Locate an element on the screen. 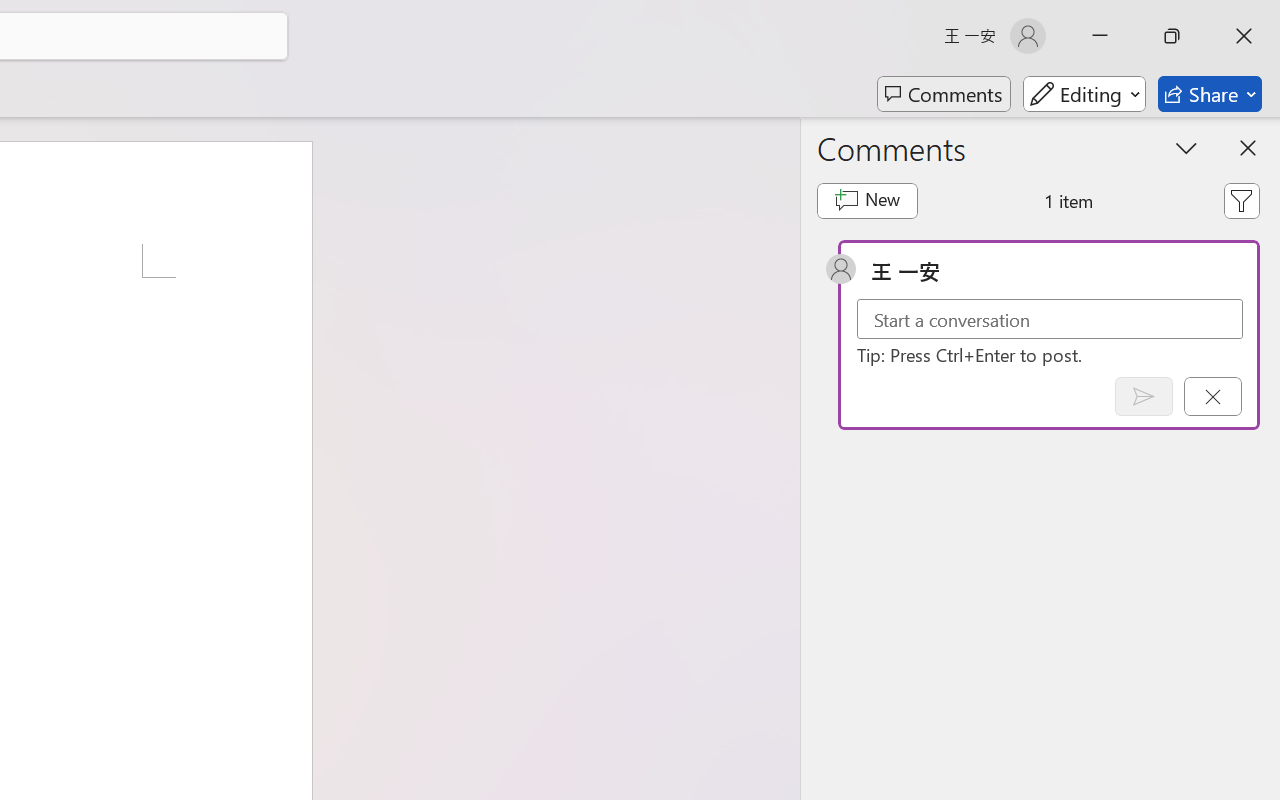  'New comment' is located at coordinates (867, 201).